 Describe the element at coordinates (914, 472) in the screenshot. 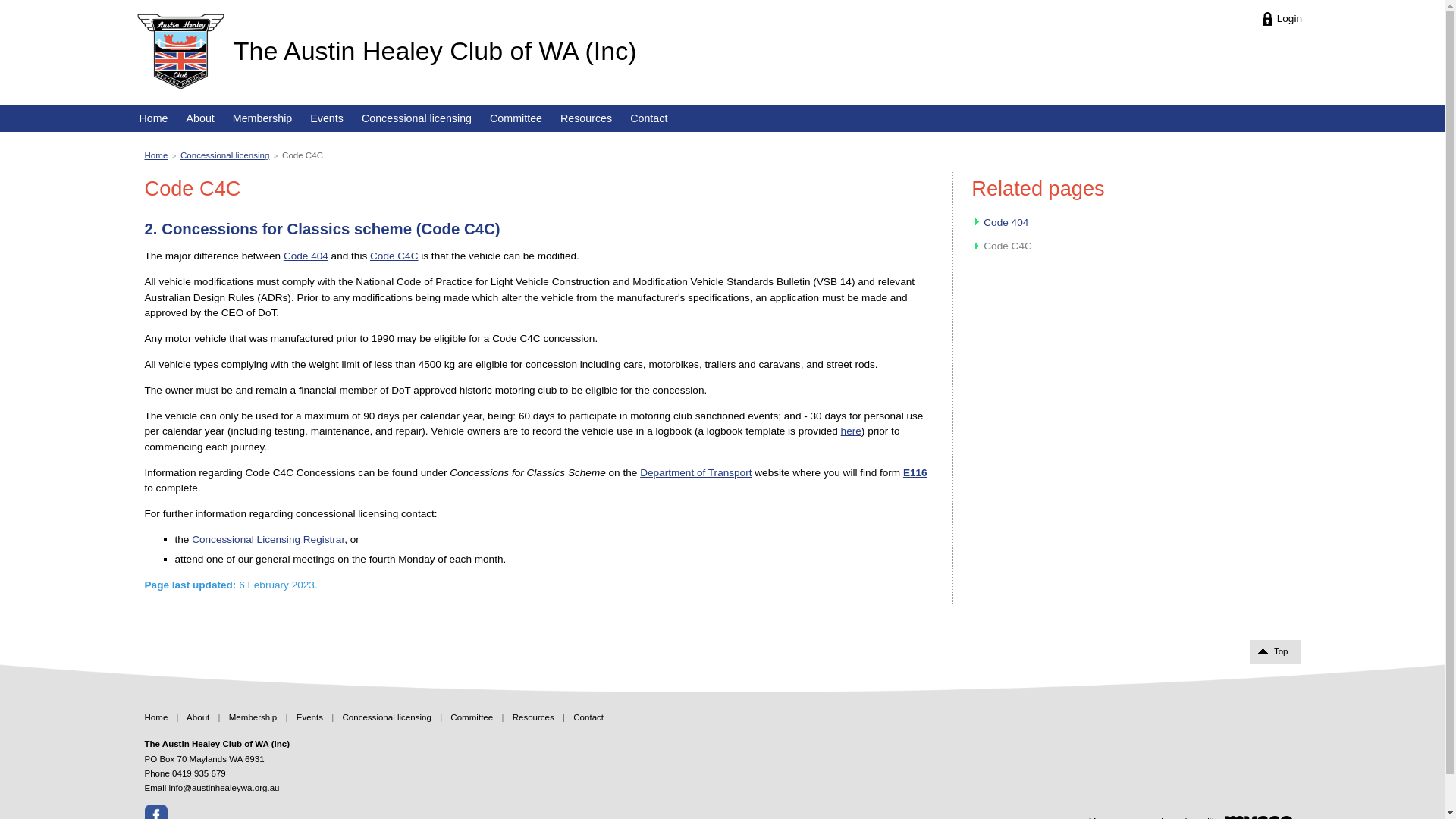

I see `'E116'` at that location.